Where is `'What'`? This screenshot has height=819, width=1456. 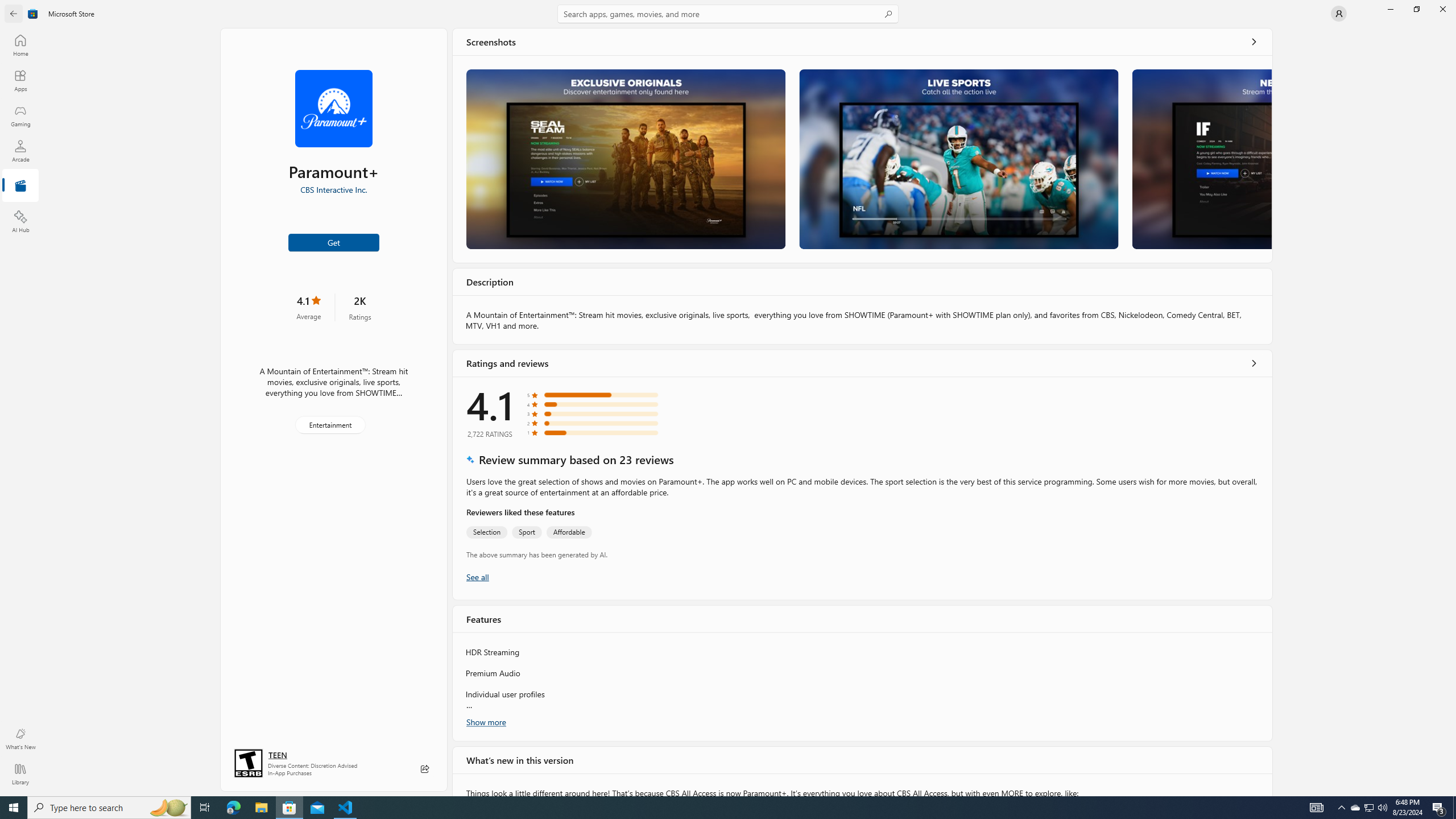
'What' is located at coordinates (19, 738).